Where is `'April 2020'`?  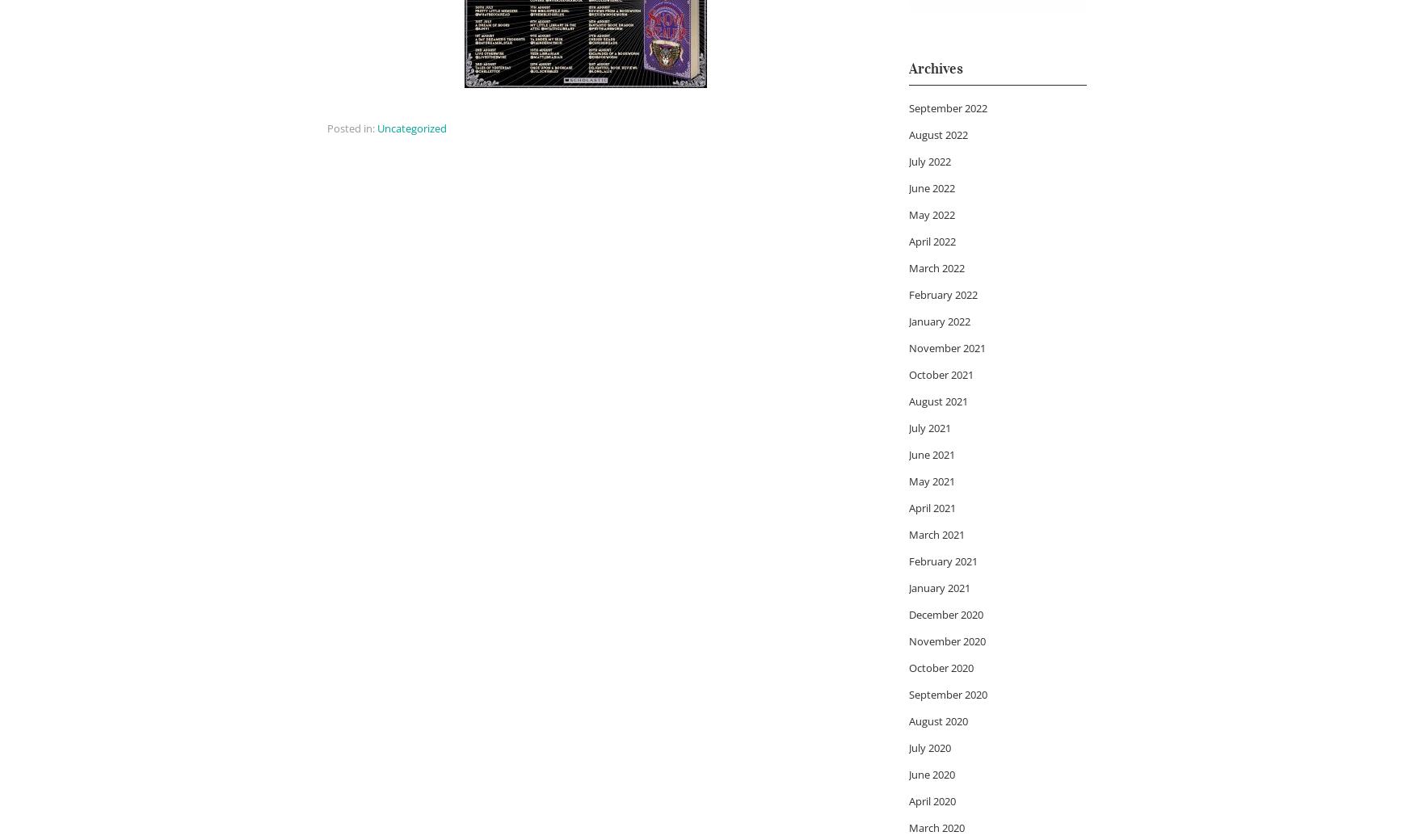
'April 2020' is located at coordinates (931, 800).